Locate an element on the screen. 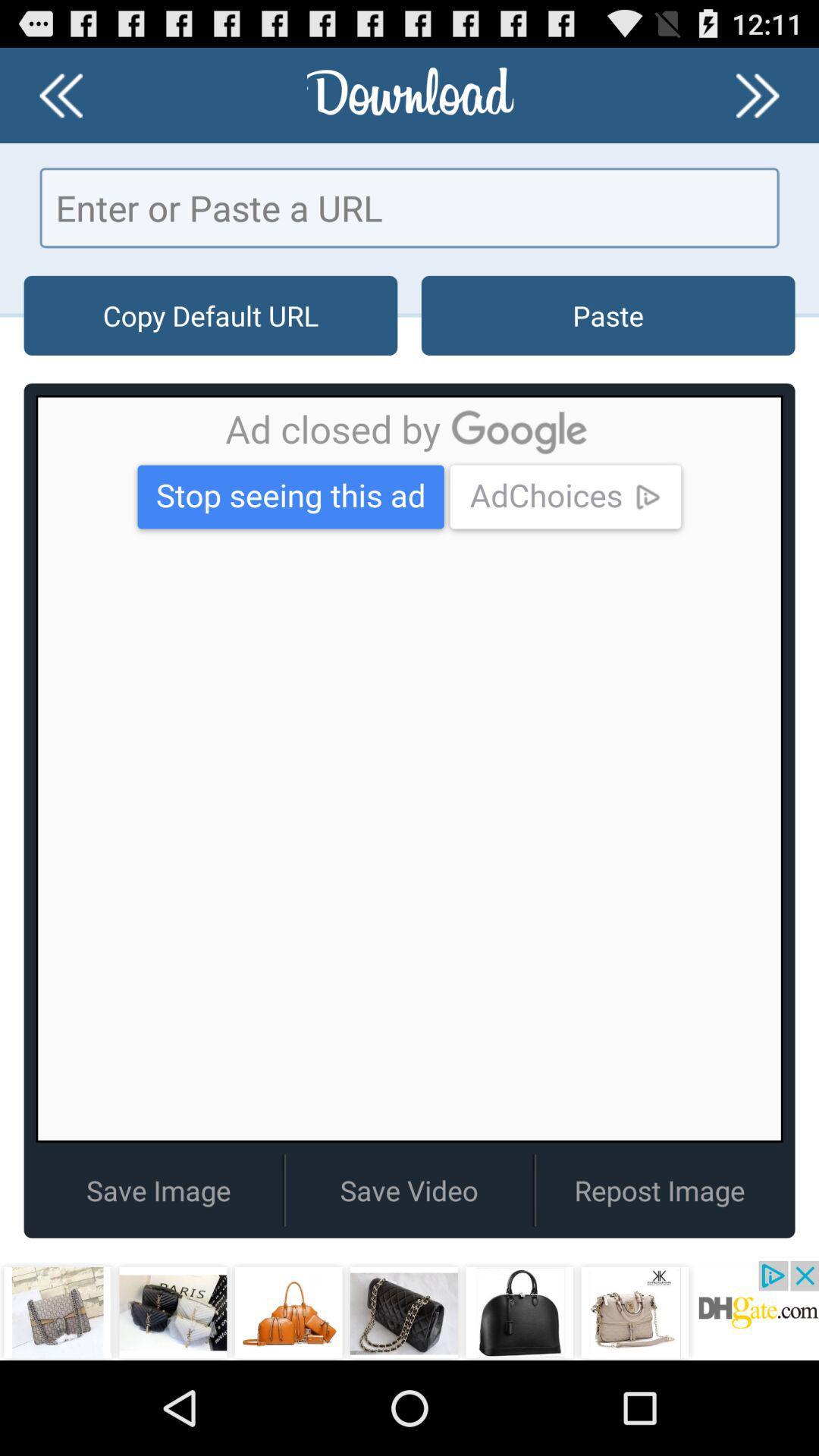 This screenshot has height=1456, width=819. go forward is located at coordinates (758, 94).